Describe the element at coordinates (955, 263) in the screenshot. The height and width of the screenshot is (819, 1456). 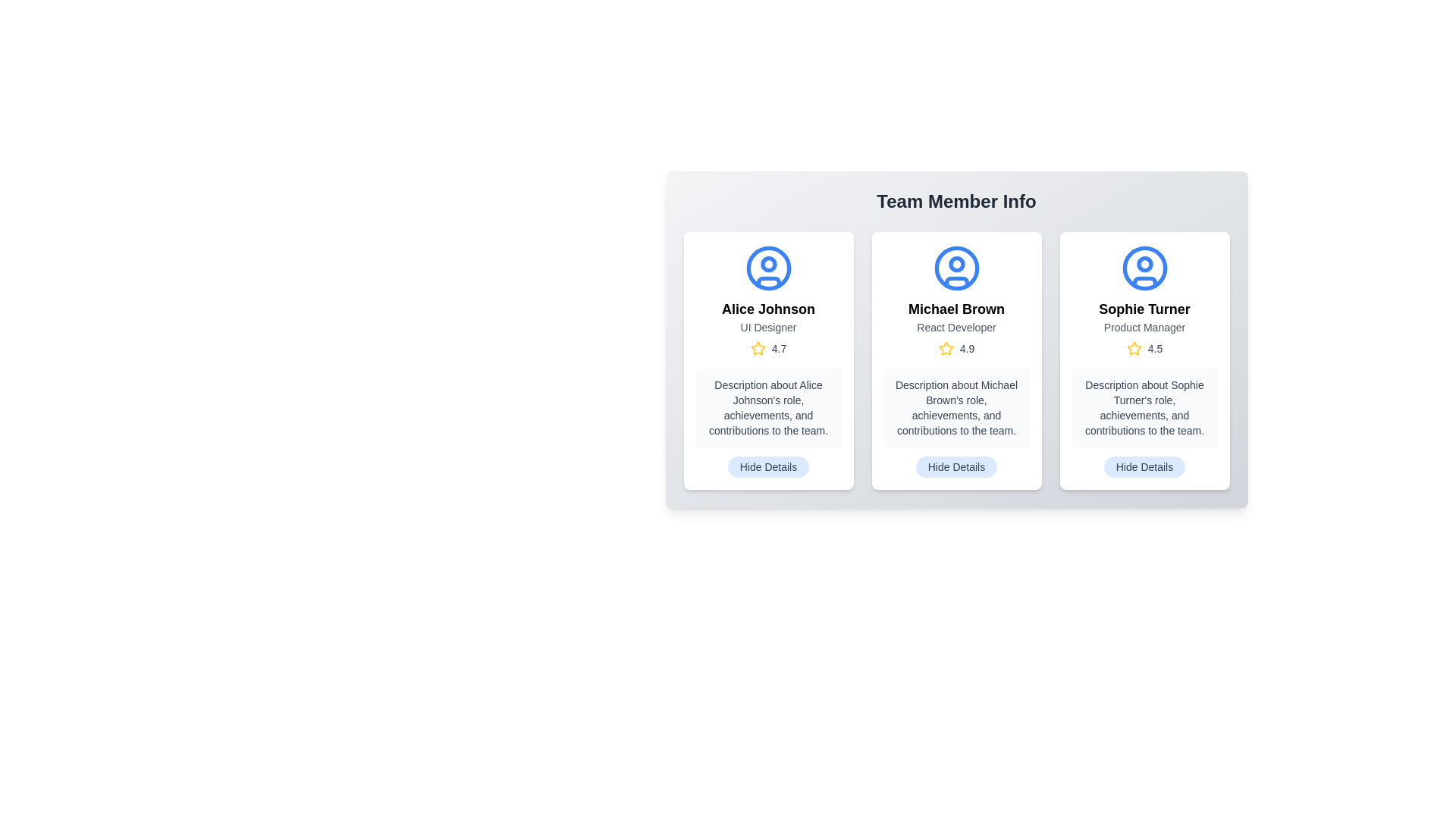
I see `the central circle of the user avatar representing the profile of 'Michael Brown', situated below the title and above the subtitle` at that location.